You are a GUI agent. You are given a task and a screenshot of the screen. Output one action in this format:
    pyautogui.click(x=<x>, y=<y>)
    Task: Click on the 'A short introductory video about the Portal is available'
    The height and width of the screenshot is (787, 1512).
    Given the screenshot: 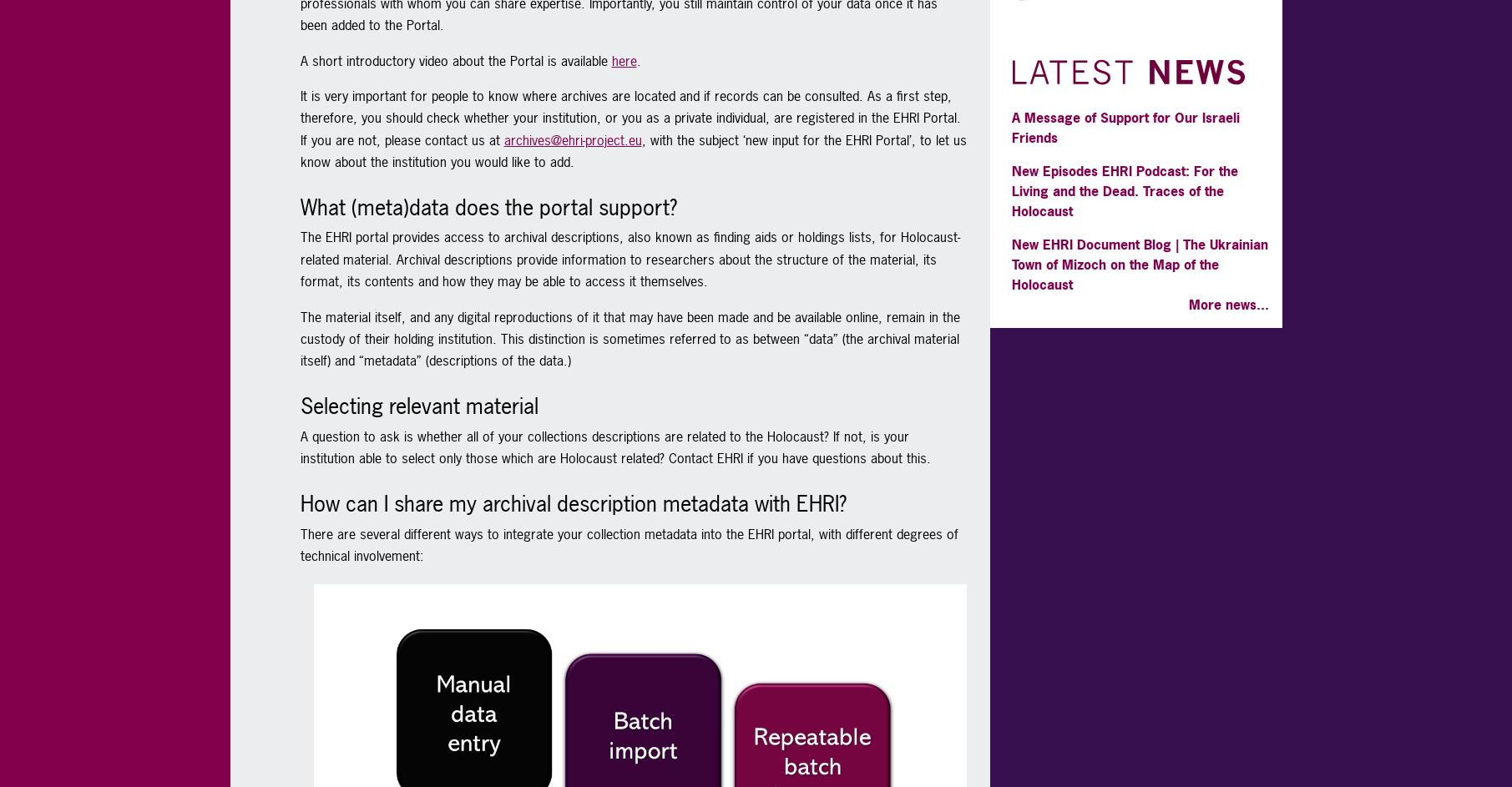 What is the action you would take?
    pyautogui.click(x=454, y=59)
    